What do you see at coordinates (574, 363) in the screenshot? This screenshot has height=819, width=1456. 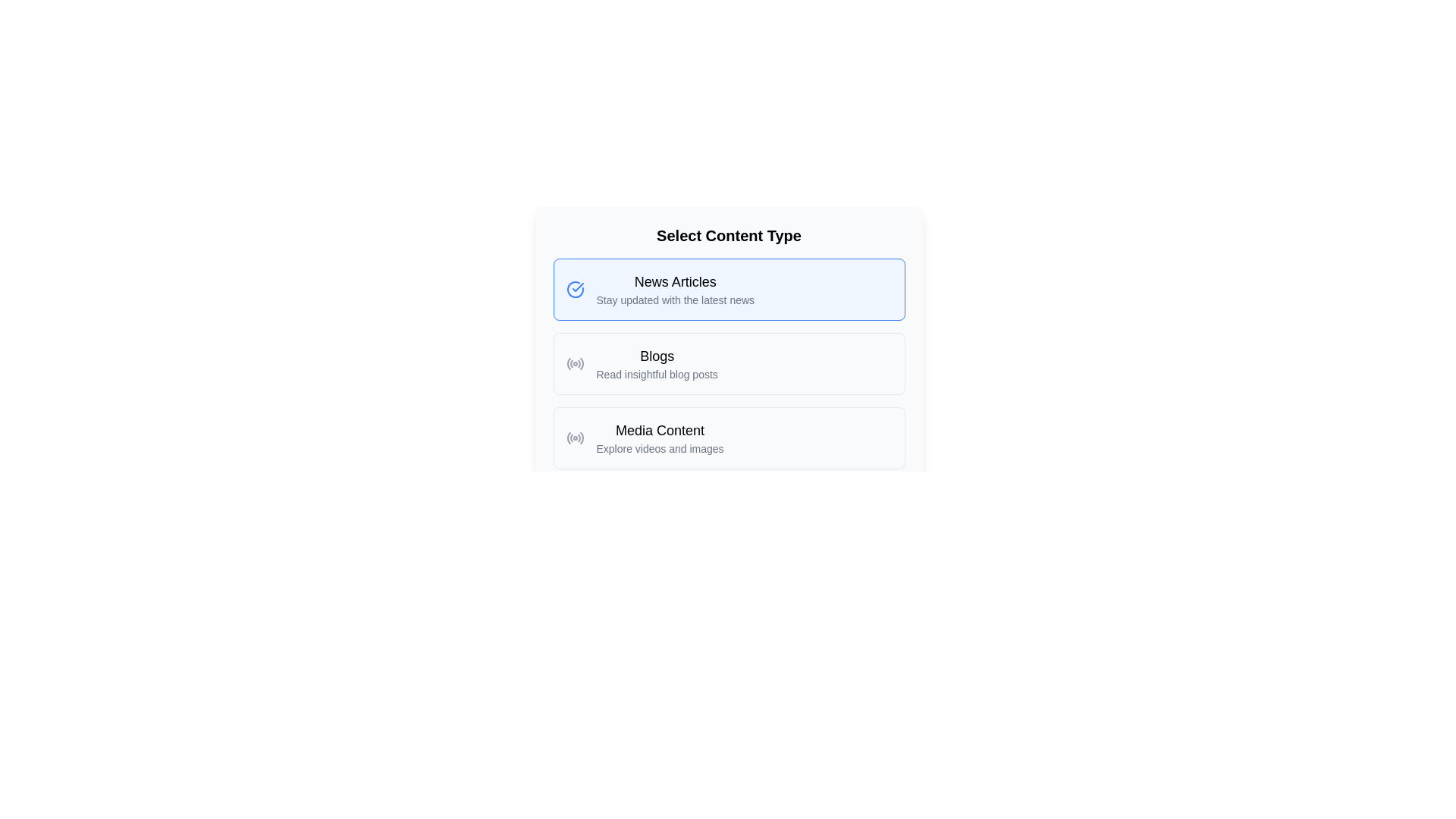 I see `the 'Blogs' icon located in the Blogs section, which is aligned to the left near the text 'Read insightful blog posts'` at bounding box center [574, 363].